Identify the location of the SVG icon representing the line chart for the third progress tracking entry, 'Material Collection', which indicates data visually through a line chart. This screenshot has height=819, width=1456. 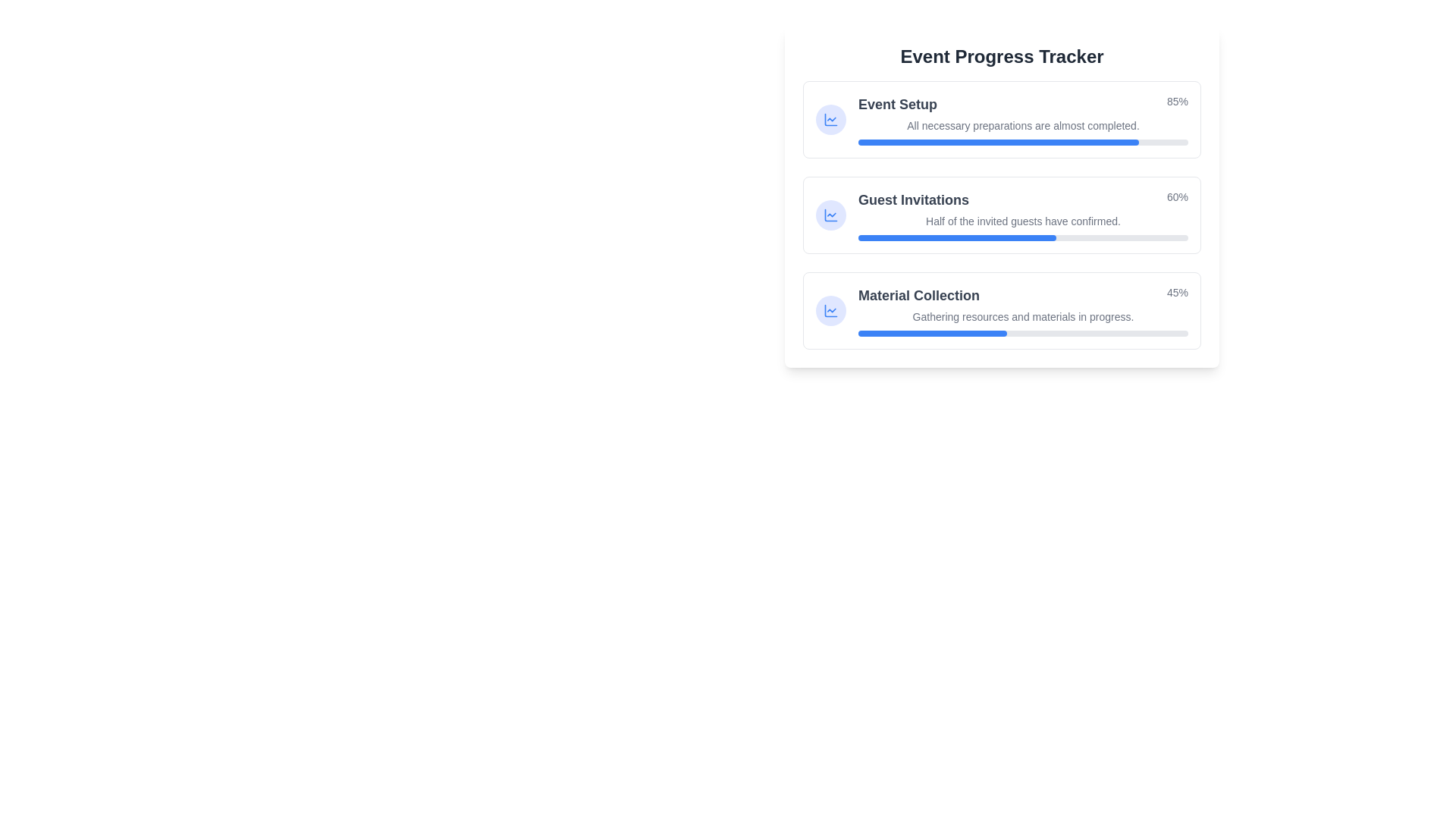
(830, 215).